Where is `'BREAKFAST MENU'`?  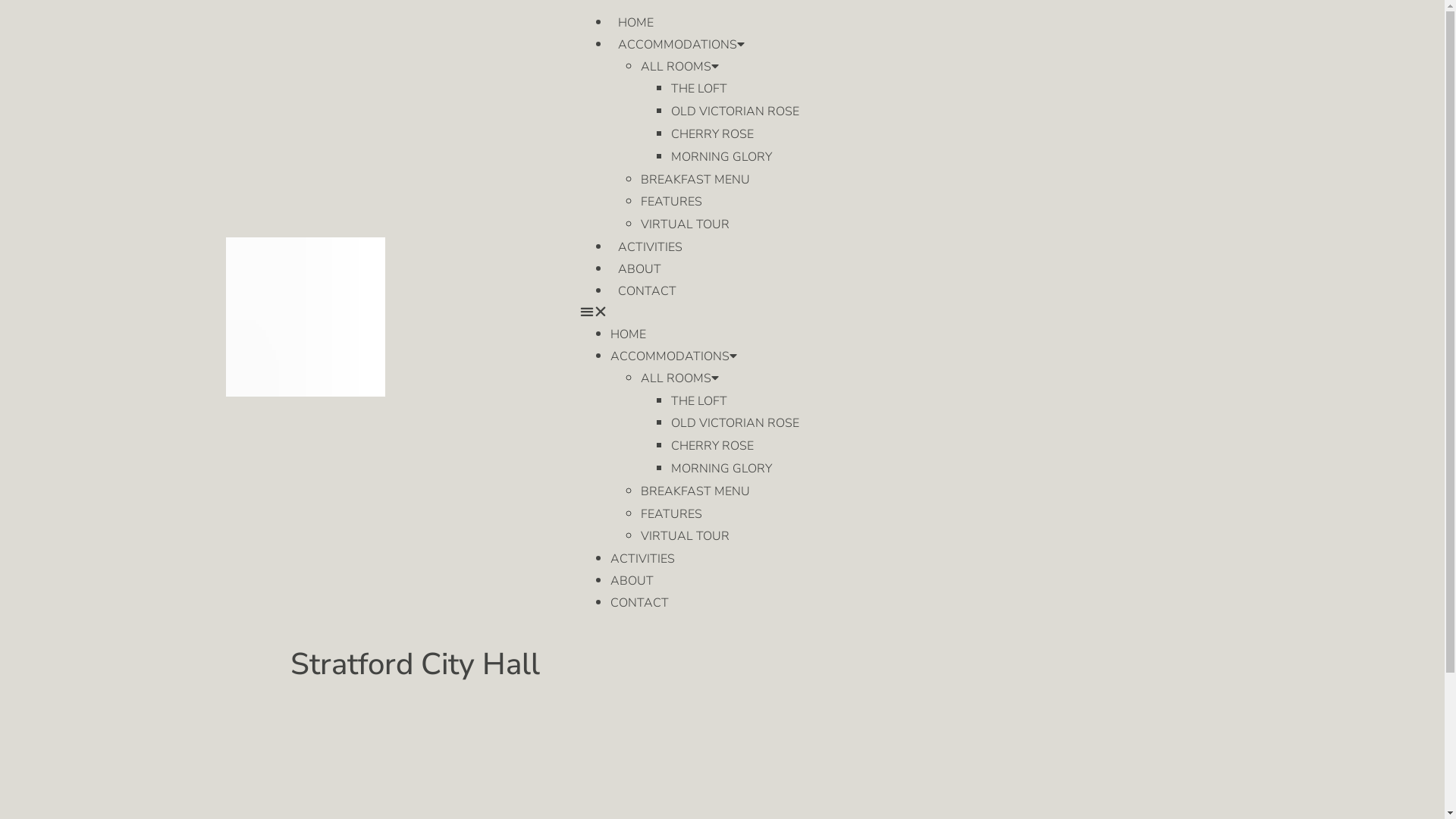
'BREAKFAST MENU' is located at coordinates (694, 491).